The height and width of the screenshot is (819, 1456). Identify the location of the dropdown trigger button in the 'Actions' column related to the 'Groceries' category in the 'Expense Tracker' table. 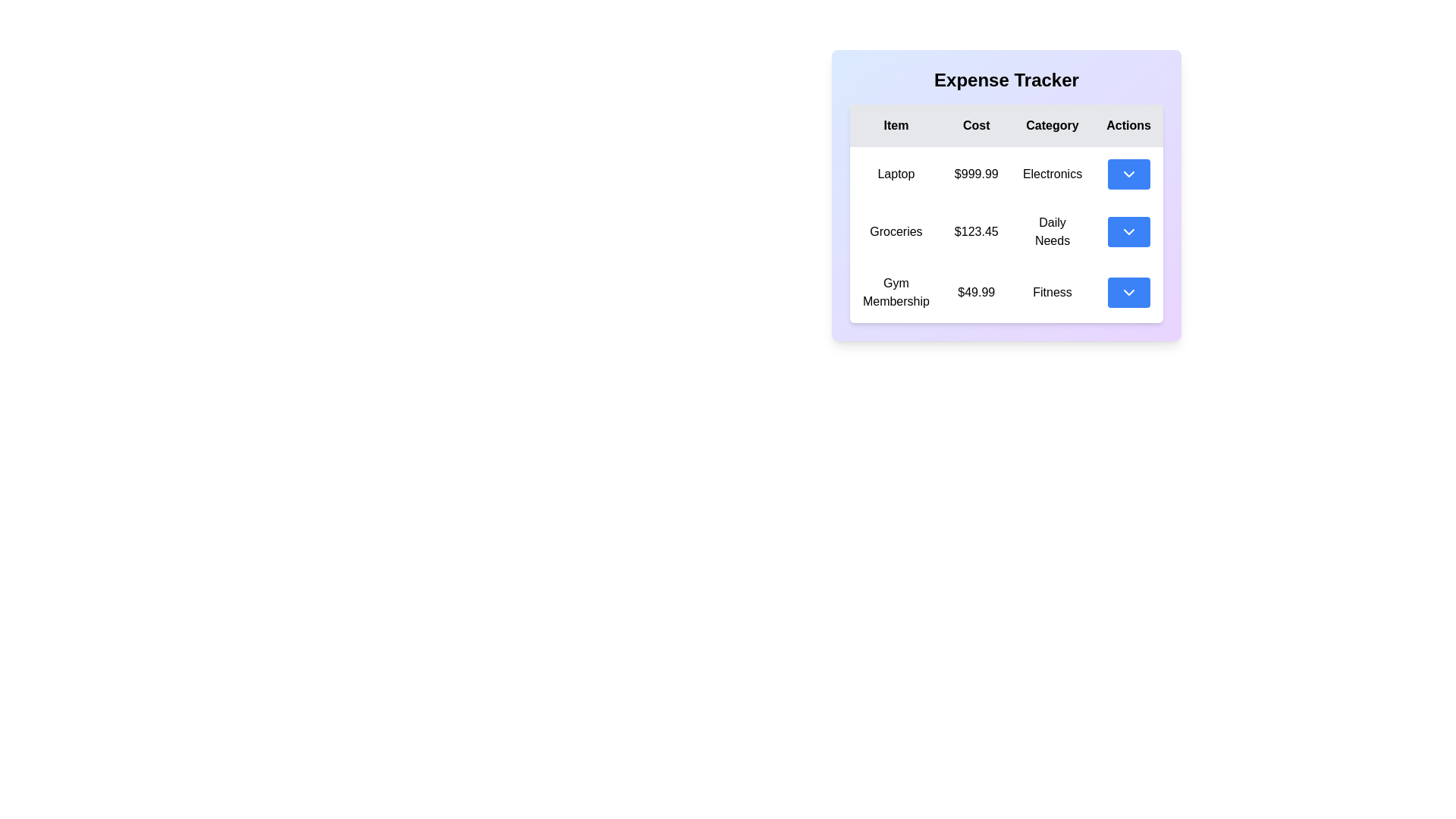
(1128, 231).